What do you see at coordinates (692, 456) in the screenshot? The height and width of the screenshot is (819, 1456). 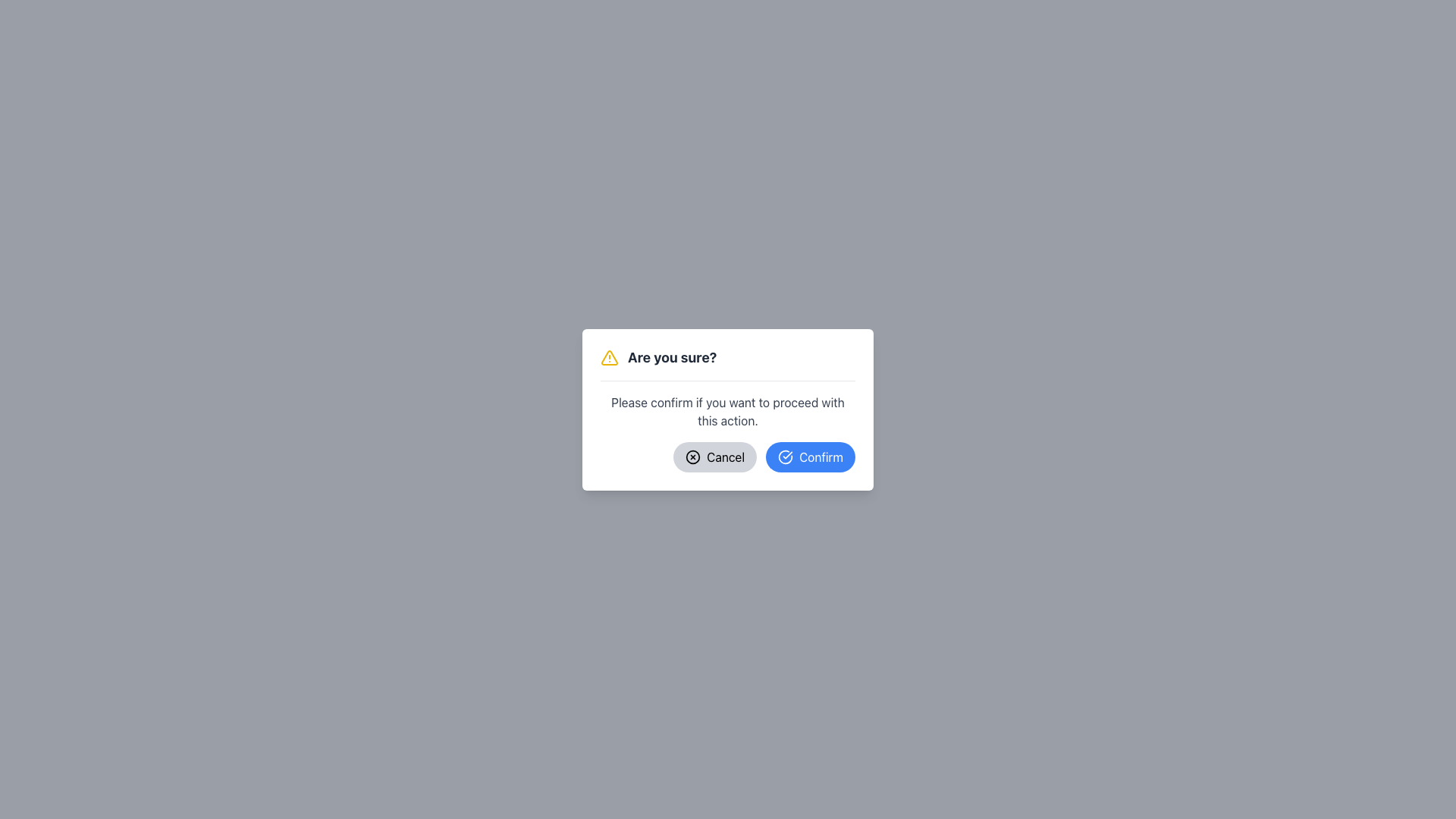 I see `the cancel icon located to the left of the 'Cancel' button in the bottom-left area of the dialog box` at bounding box center [692, 456].